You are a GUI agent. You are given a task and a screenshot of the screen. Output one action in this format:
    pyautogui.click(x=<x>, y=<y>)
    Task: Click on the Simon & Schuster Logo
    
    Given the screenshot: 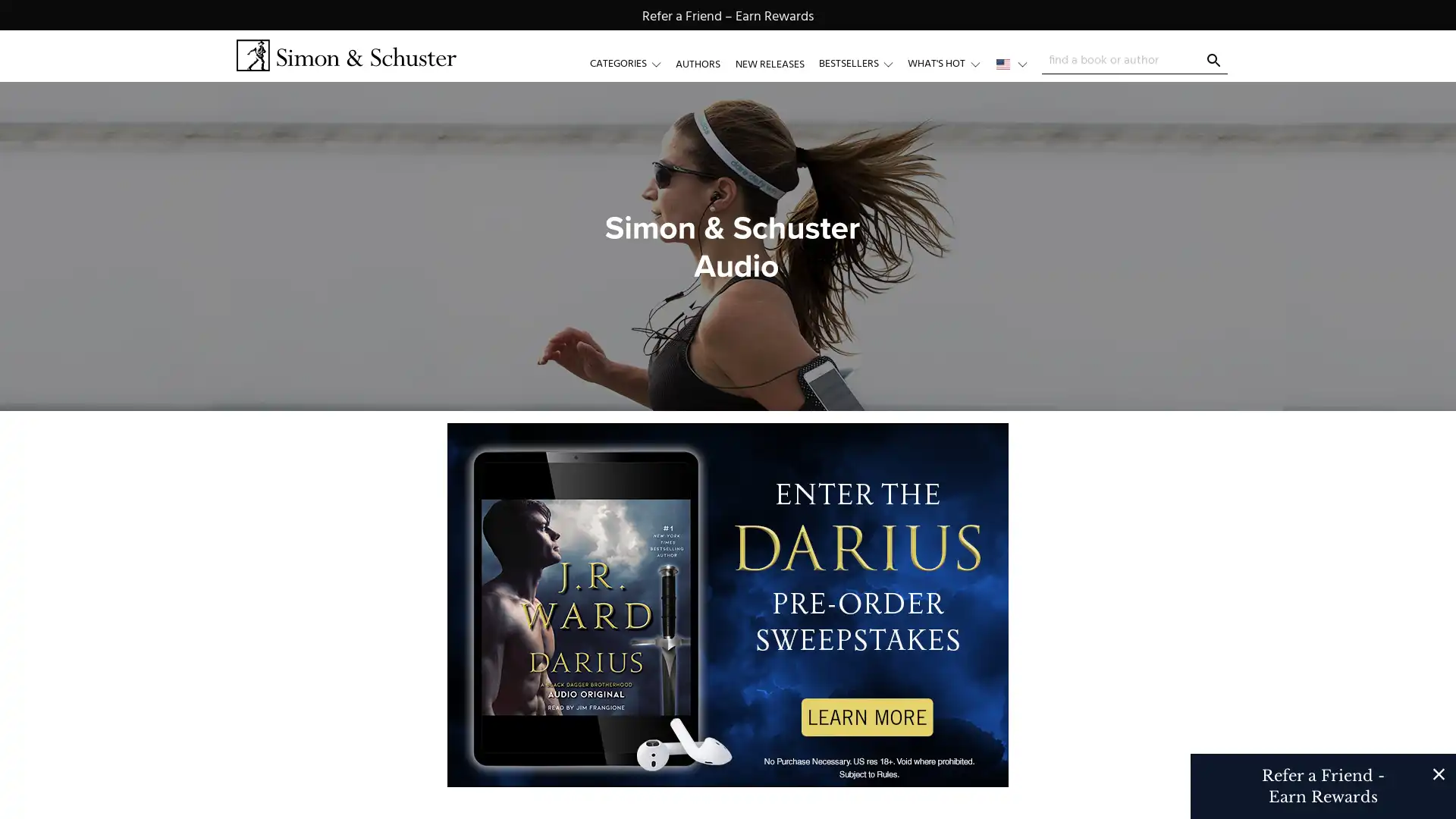 What is the action you would take?
    pyautogui.click(x=345, y=55)
    